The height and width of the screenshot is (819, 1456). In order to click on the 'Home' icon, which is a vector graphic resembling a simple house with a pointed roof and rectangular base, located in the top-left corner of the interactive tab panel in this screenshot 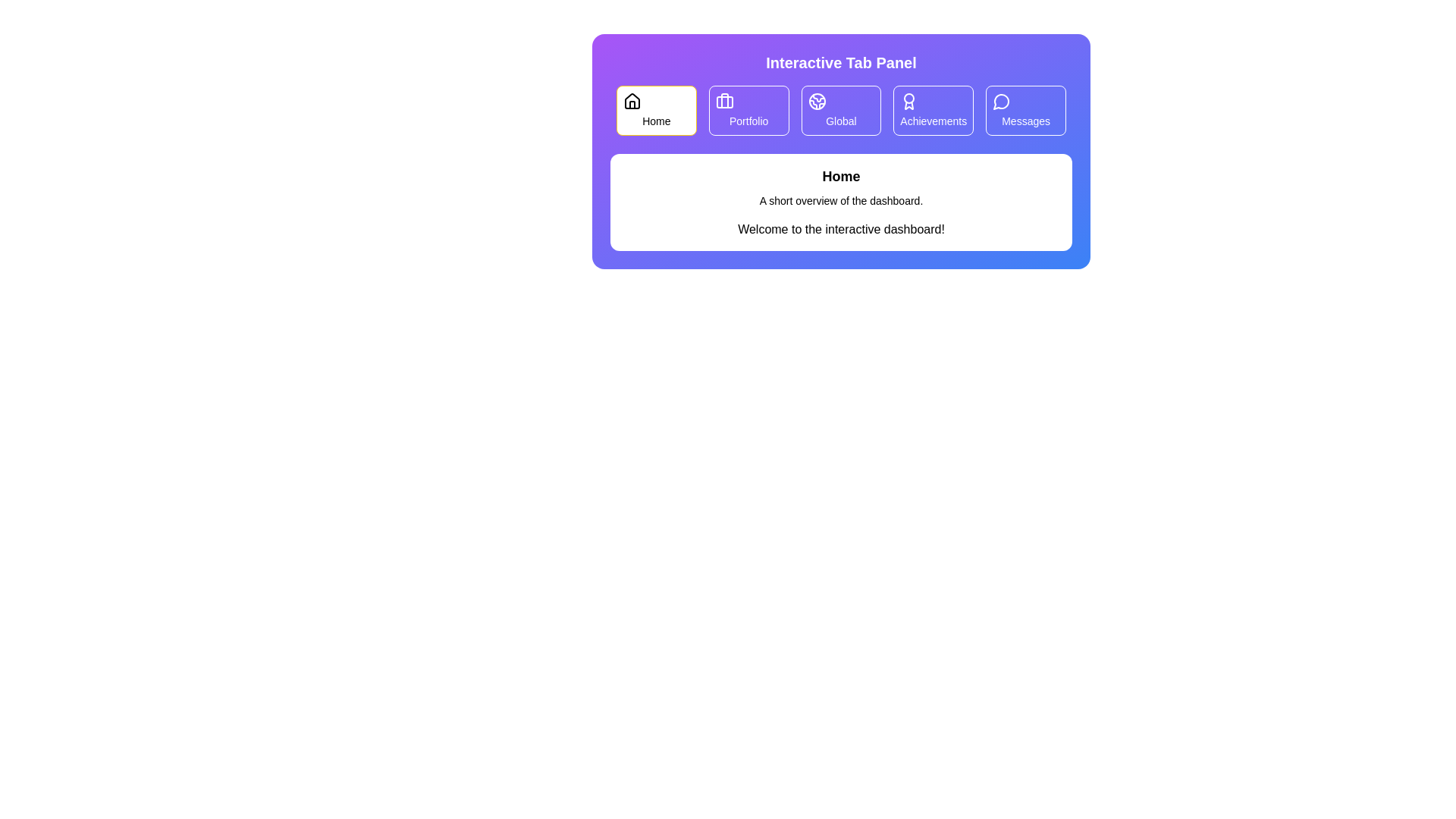, I will do `click(632, 102)`.